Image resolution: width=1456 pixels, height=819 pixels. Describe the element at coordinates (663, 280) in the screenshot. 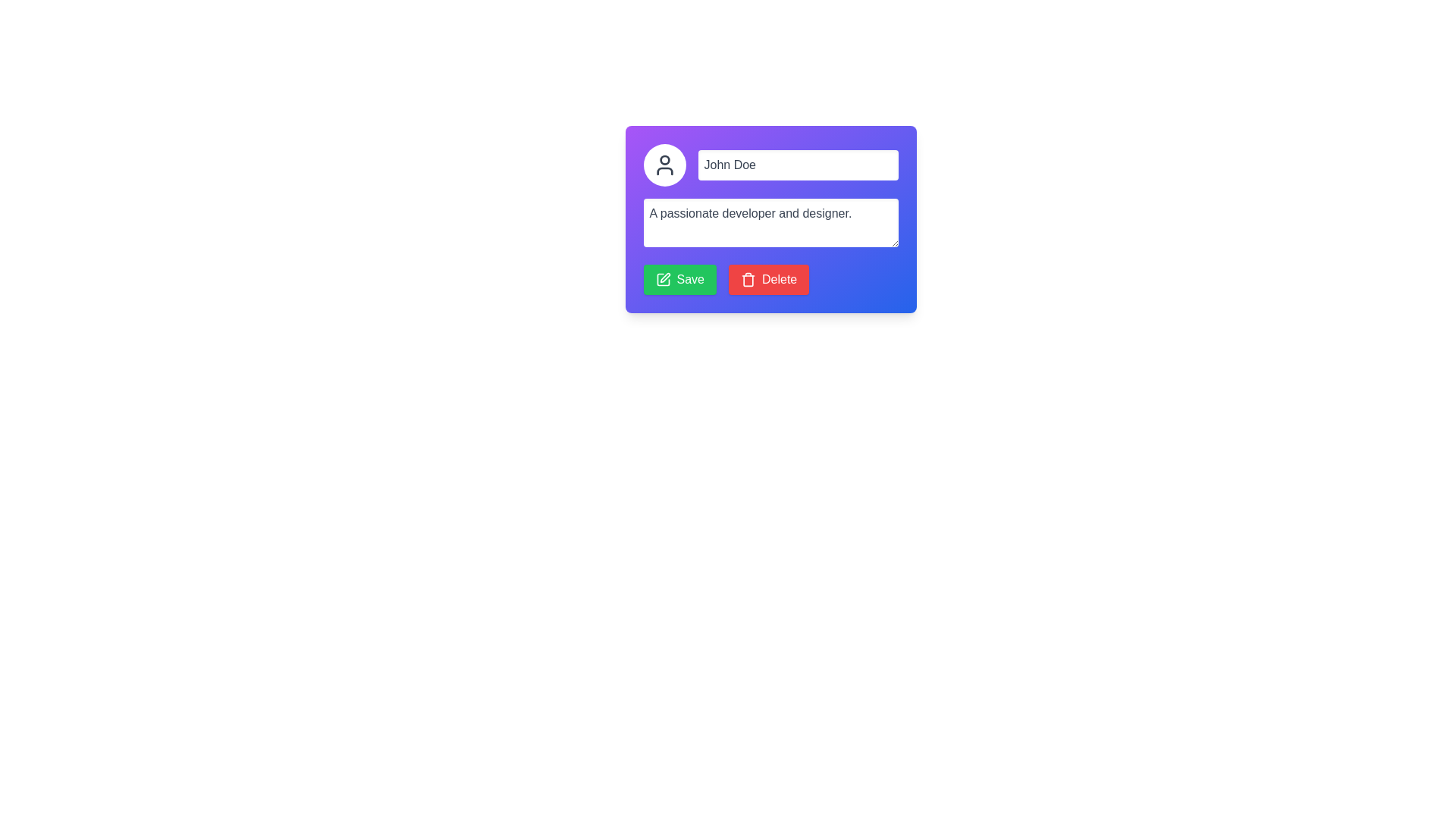

I see `the 'Save' button associated with the Save icon located at the bottom-left side of the form interface` at that location.